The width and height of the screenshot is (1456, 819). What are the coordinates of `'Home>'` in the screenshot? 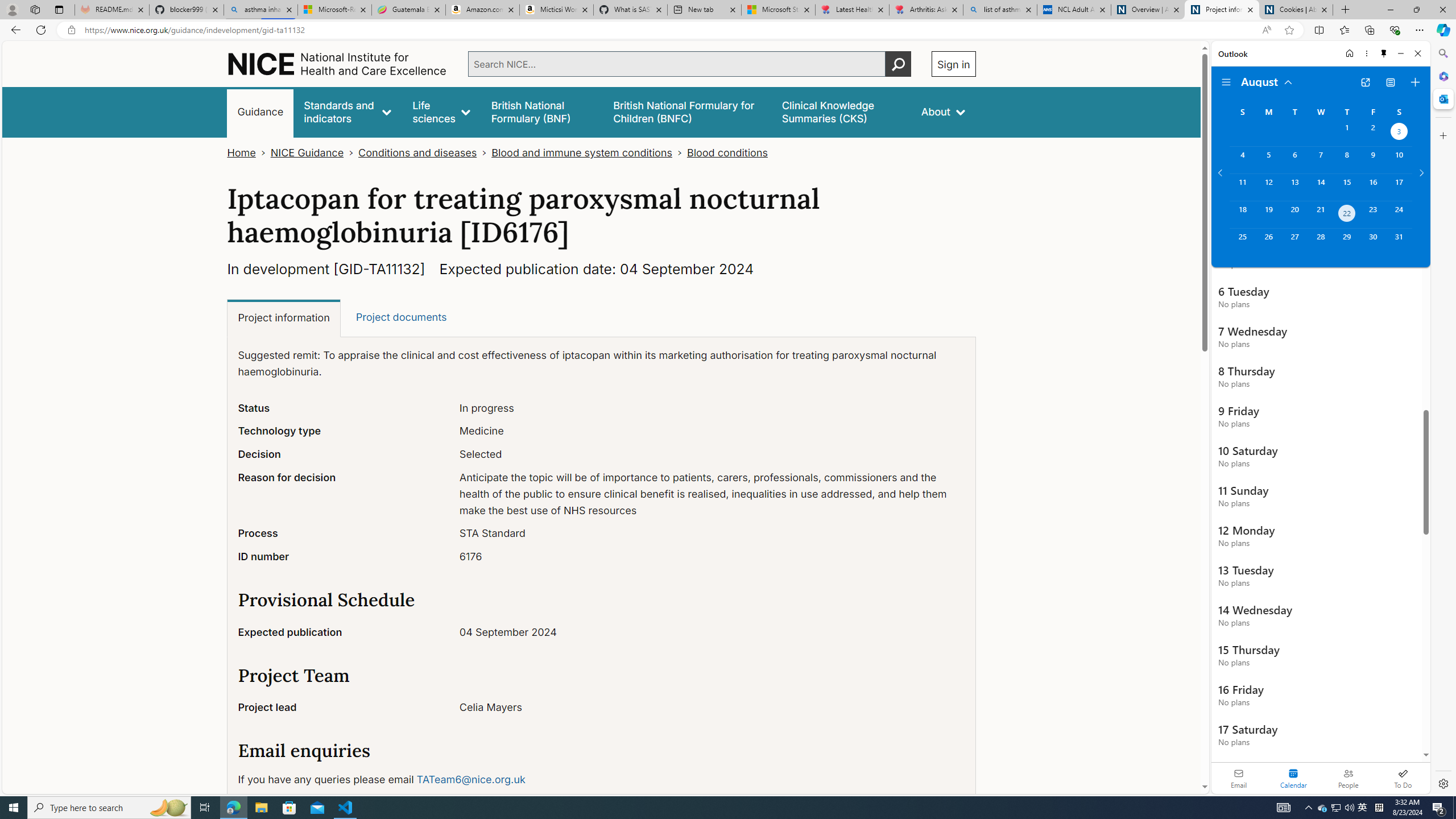 It's located at (248, 152).